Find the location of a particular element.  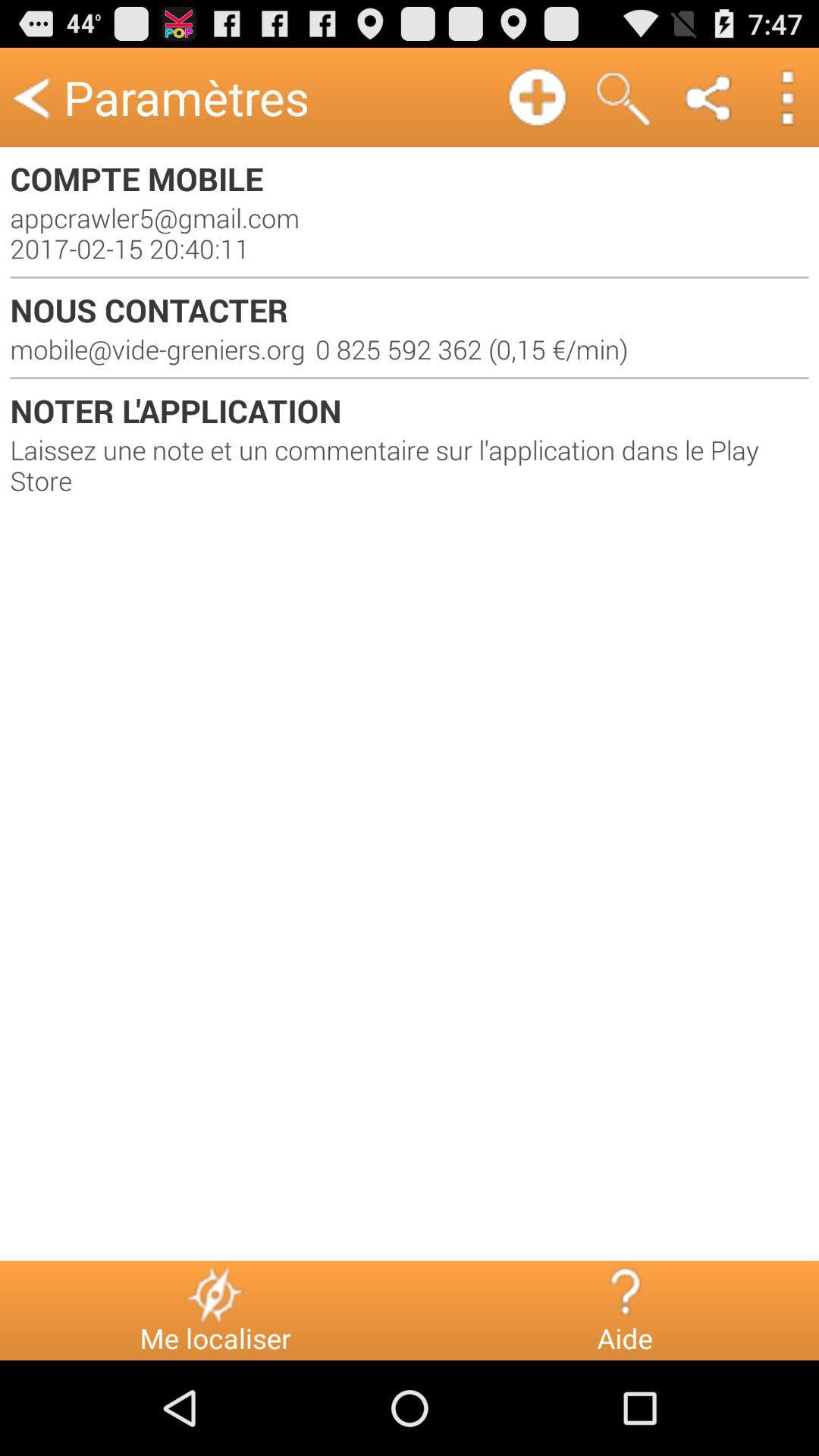

the flash icon is located at coordinates (215, 1385).